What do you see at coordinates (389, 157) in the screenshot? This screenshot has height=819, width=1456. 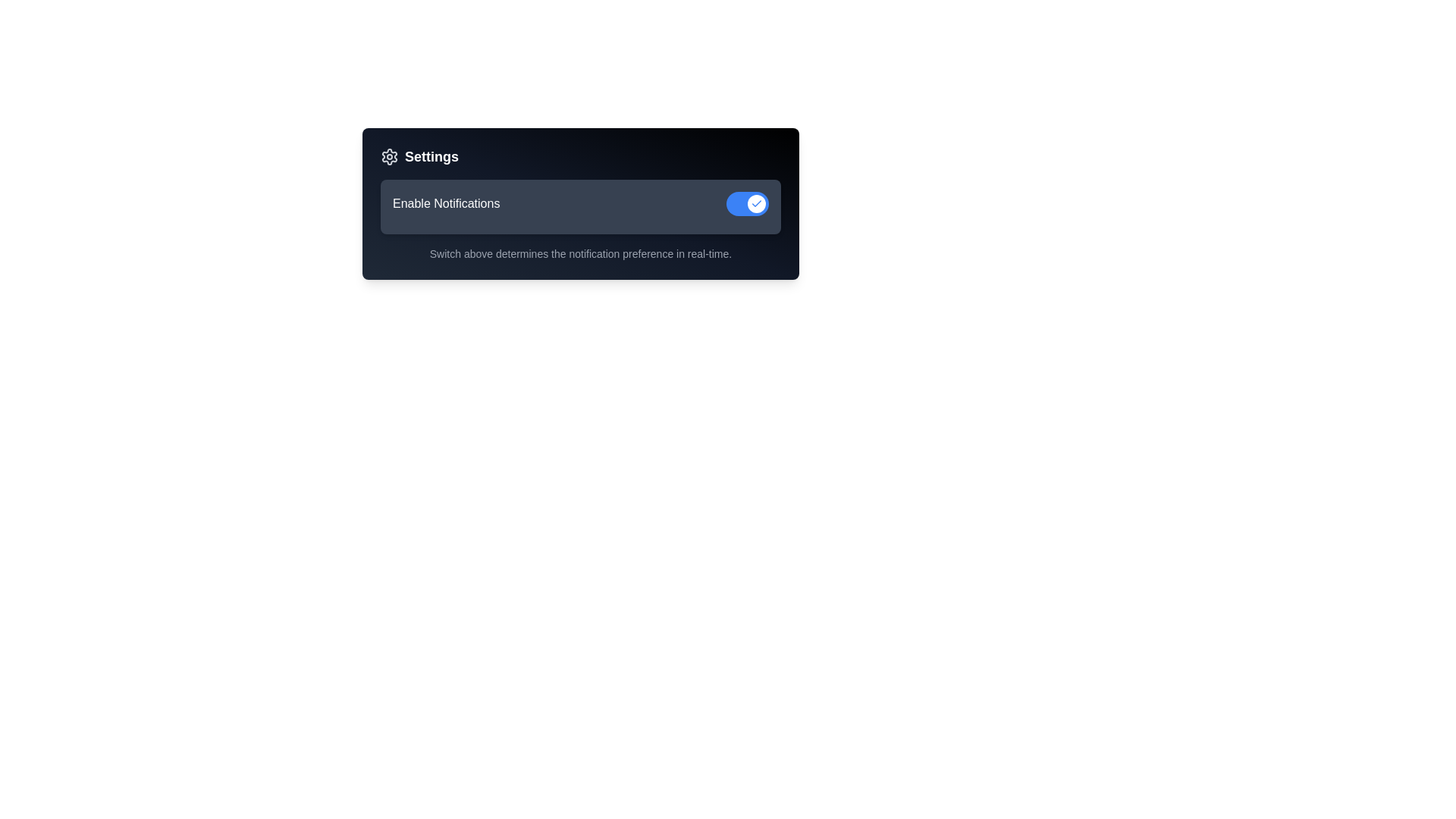 I see `the gear icon in the top-left corner of the 'Settings' panel` at bounding box center [389, 157].